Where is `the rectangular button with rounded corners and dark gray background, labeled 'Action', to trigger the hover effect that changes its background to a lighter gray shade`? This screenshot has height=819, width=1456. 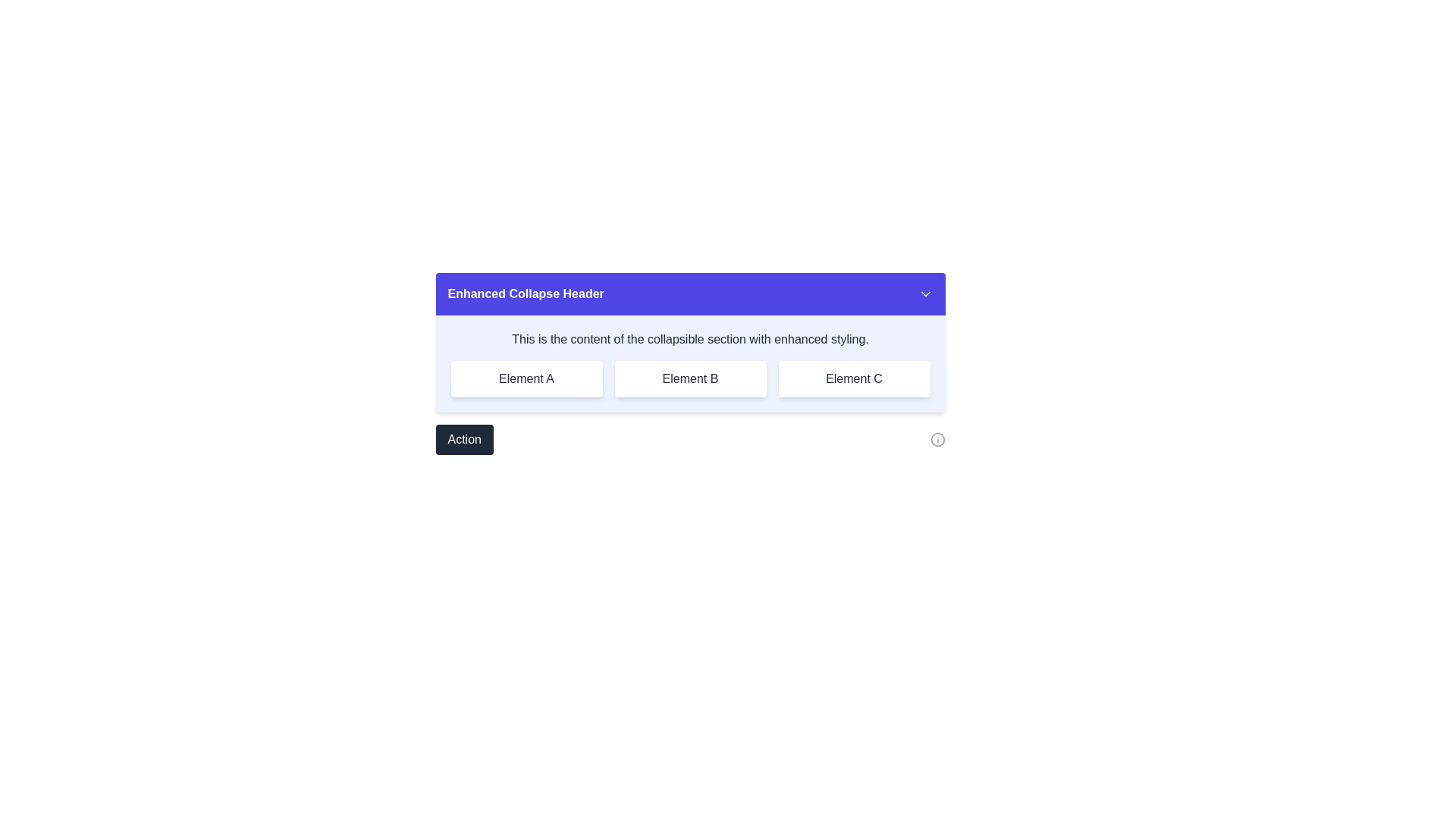 the rectangular button with rounded corners and dark gray background, labeled 'Action', to trigger the hover effect that changes its background to a lighter gray shade is located at coordinates (463, 439).